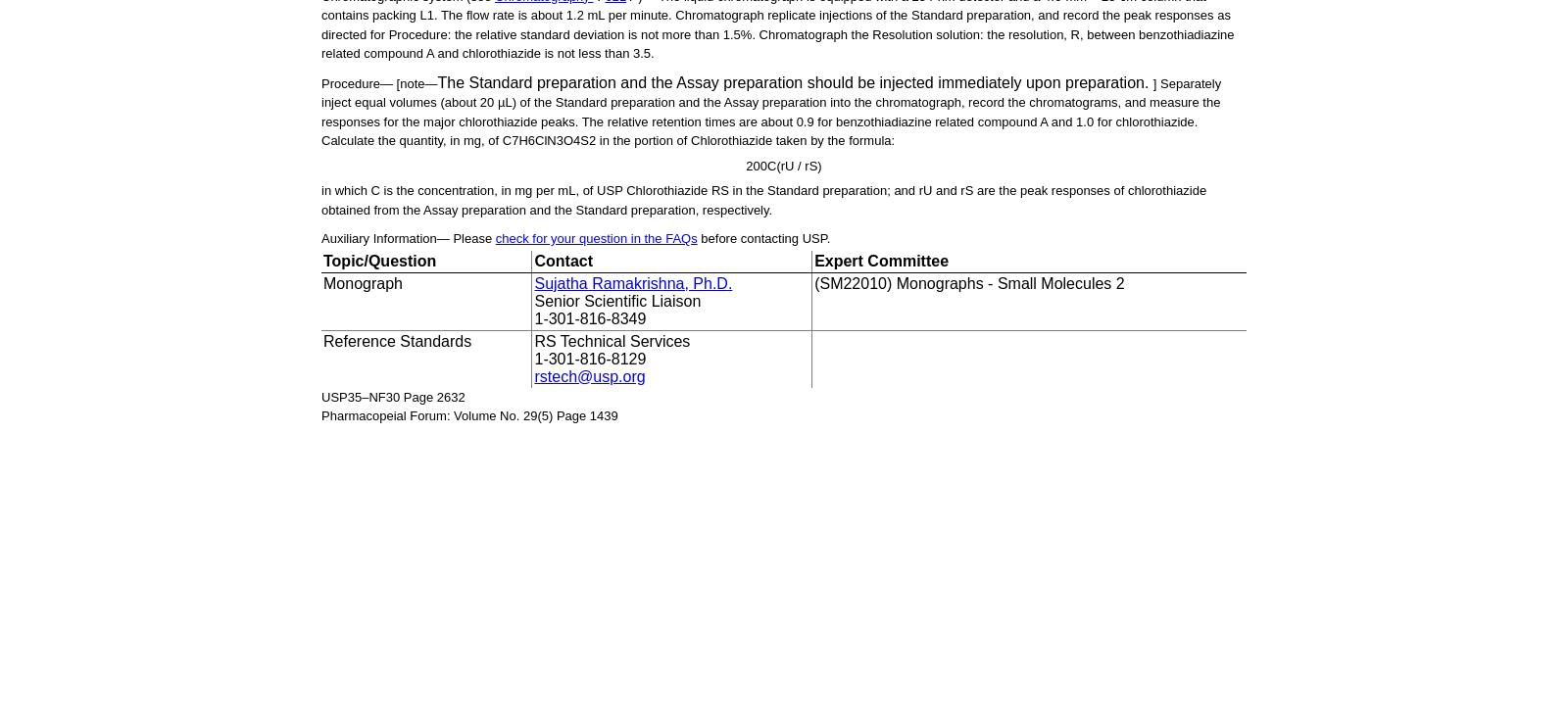  What do you see at coordinates (563, 260) in the screenshot?
I see `'Contact'` at bounding box center [563, 260].